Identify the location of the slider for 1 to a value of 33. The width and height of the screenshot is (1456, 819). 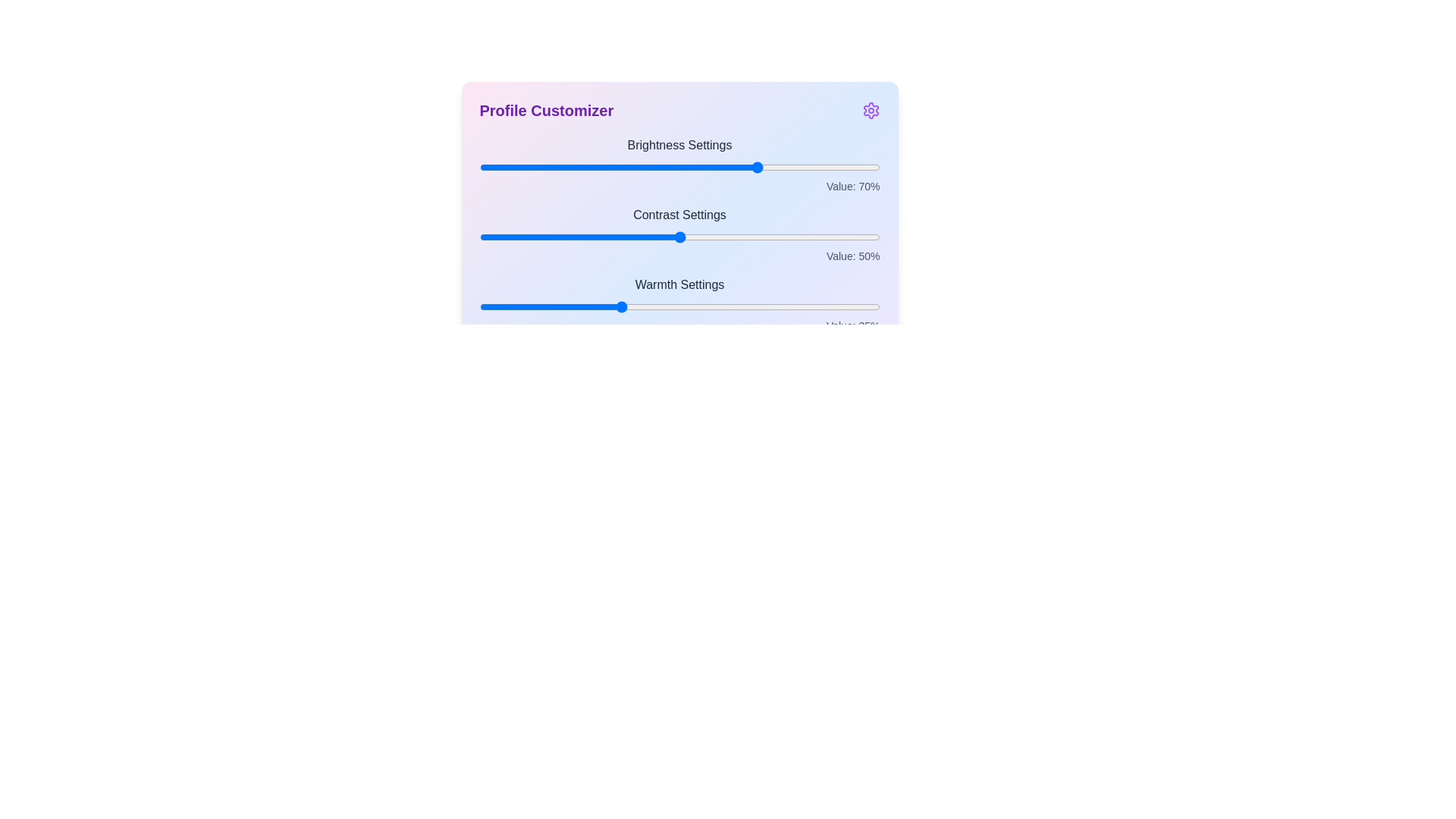
(611, 237).